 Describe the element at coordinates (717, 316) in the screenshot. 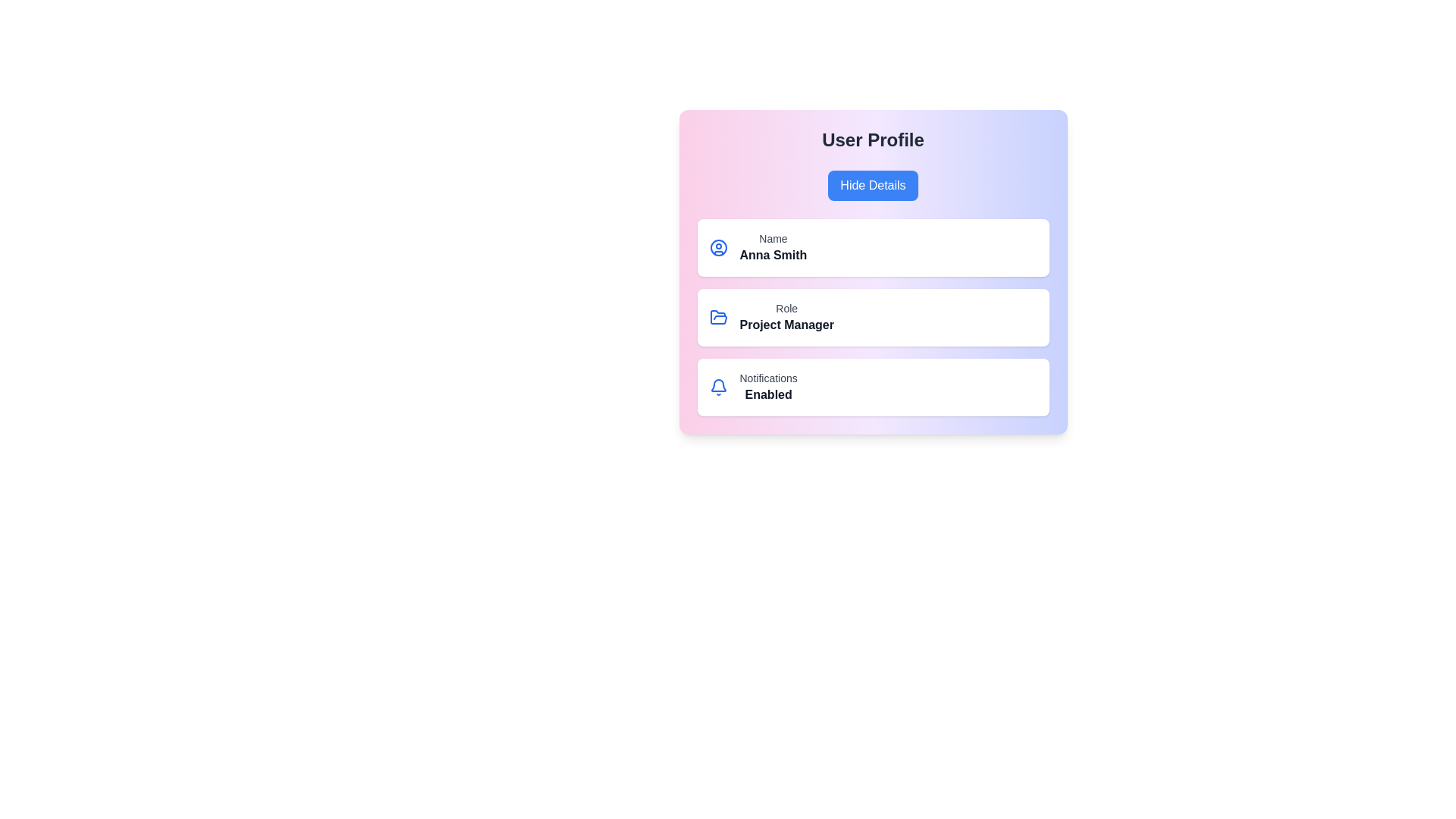

I see `the folder or file-related icon located in the second row of the user profile section, next to the 'Project Manager' label` at that location.